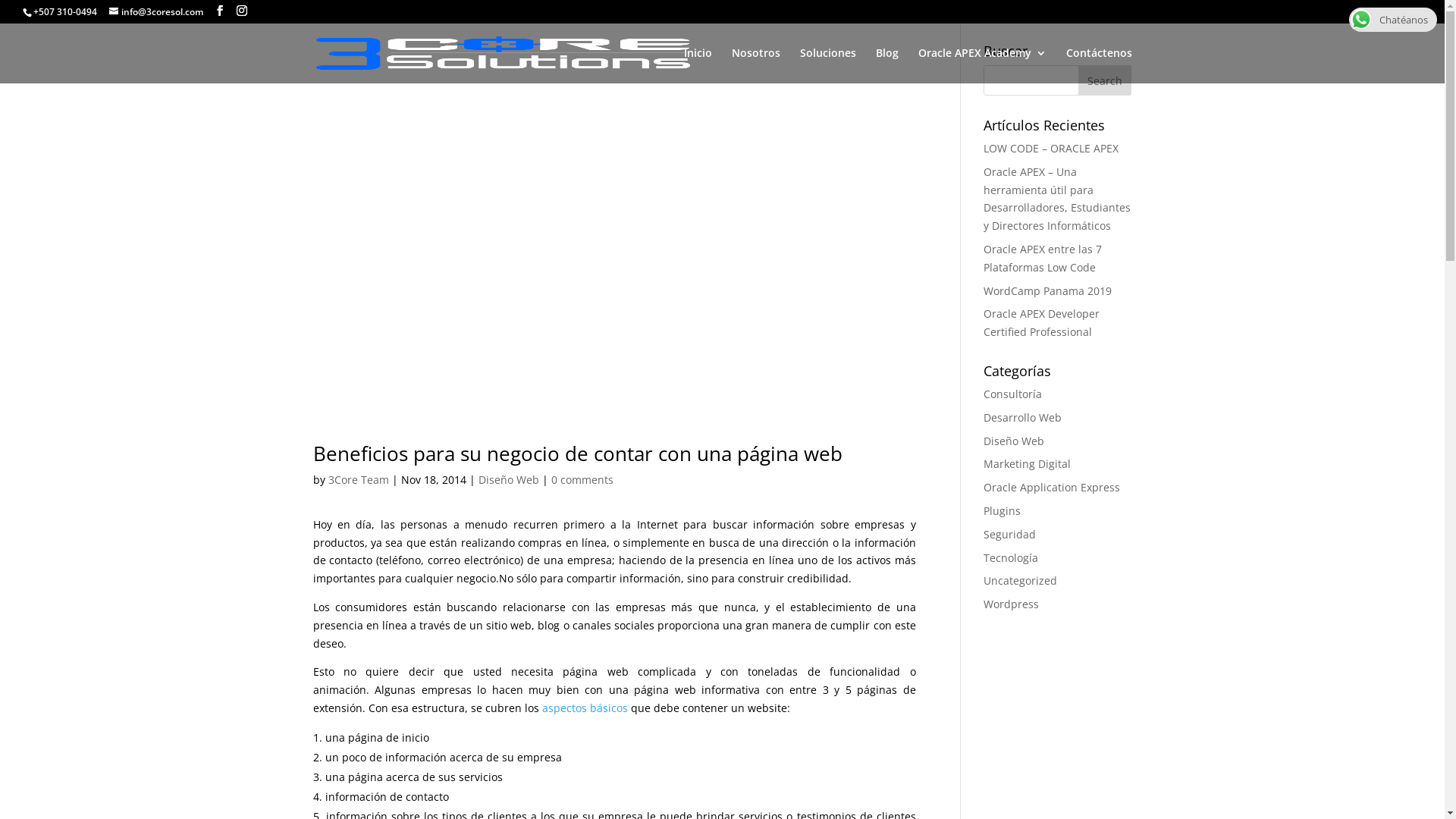 The height and width of the screenshot is (819, 1456). I want to click on 'Oracle Application Express', so click(1051, 487).